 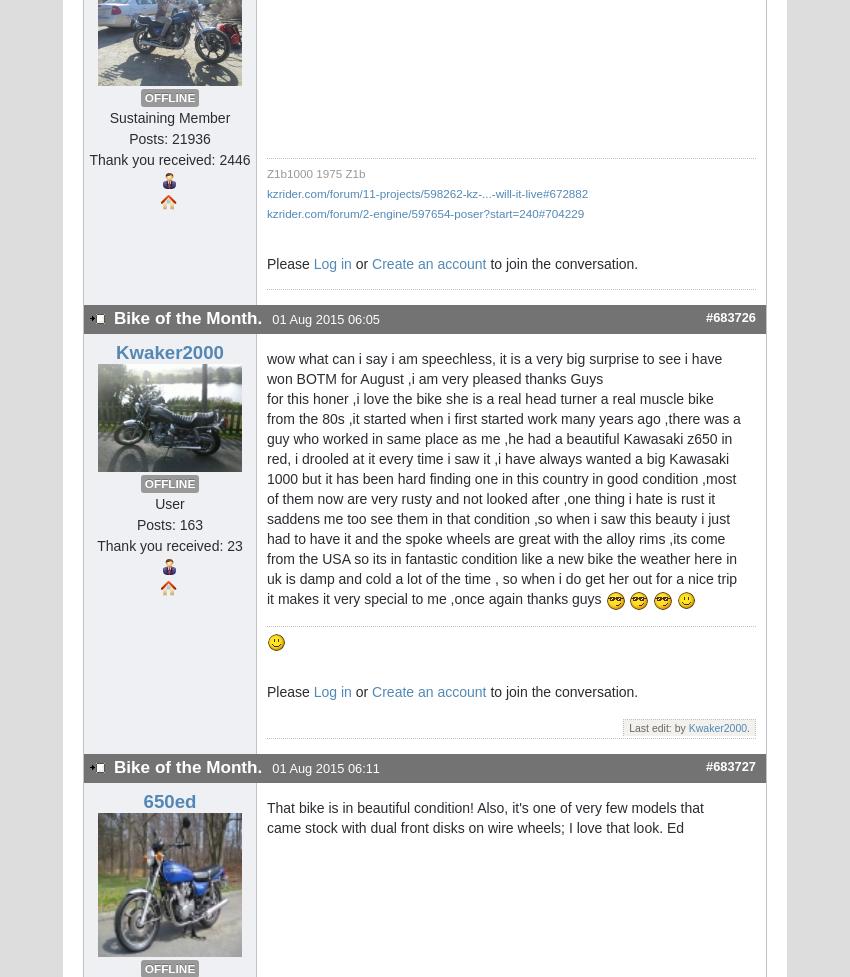 I want to click on '01 Aug 2015 06:05', so click(x=325, y=318).